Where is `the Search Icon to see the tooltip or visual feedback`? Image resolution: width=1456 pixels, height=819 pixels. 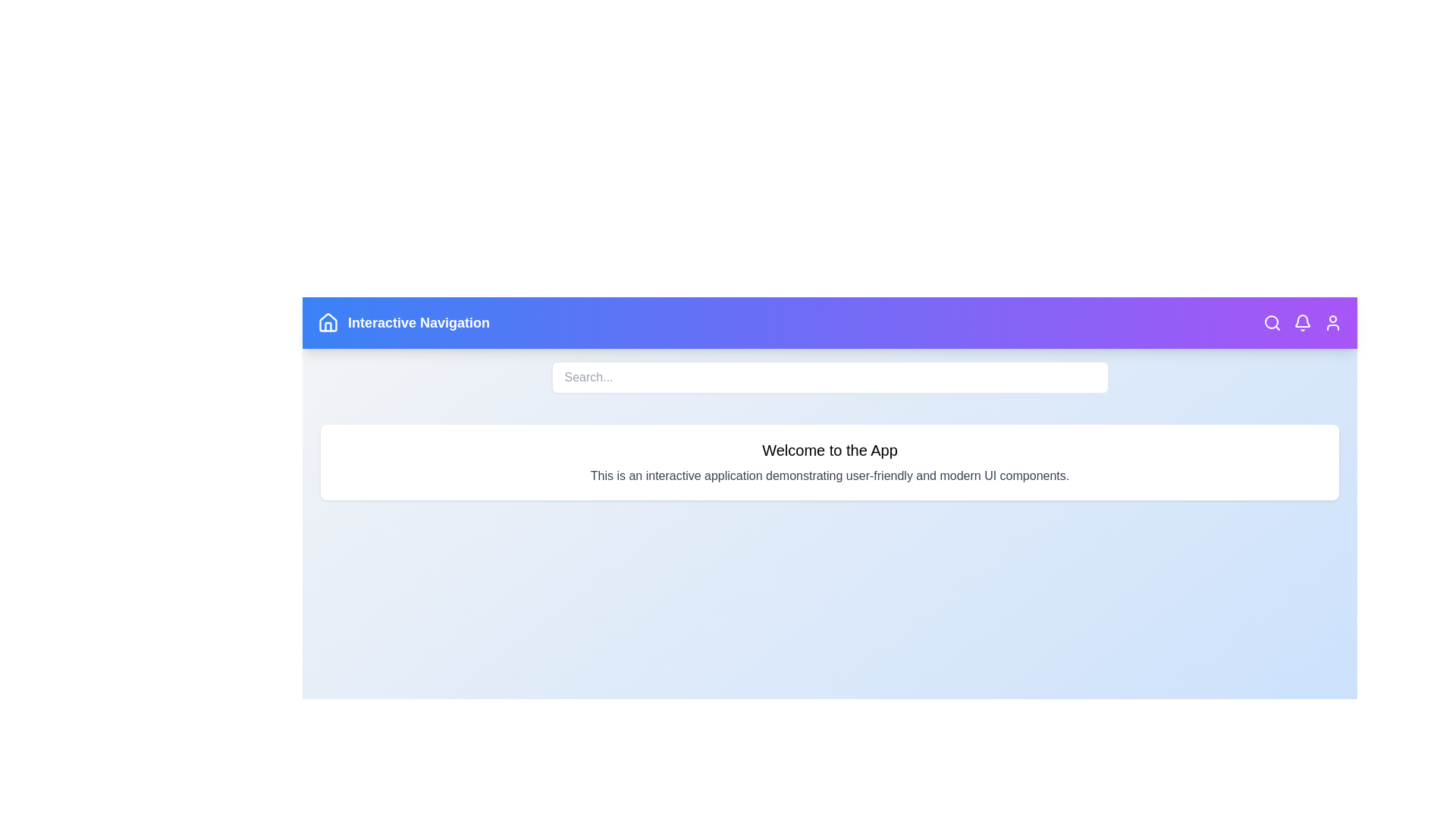 the Search Icon to see the tooltip or visual feedback is located at coordinates (1272, 322).